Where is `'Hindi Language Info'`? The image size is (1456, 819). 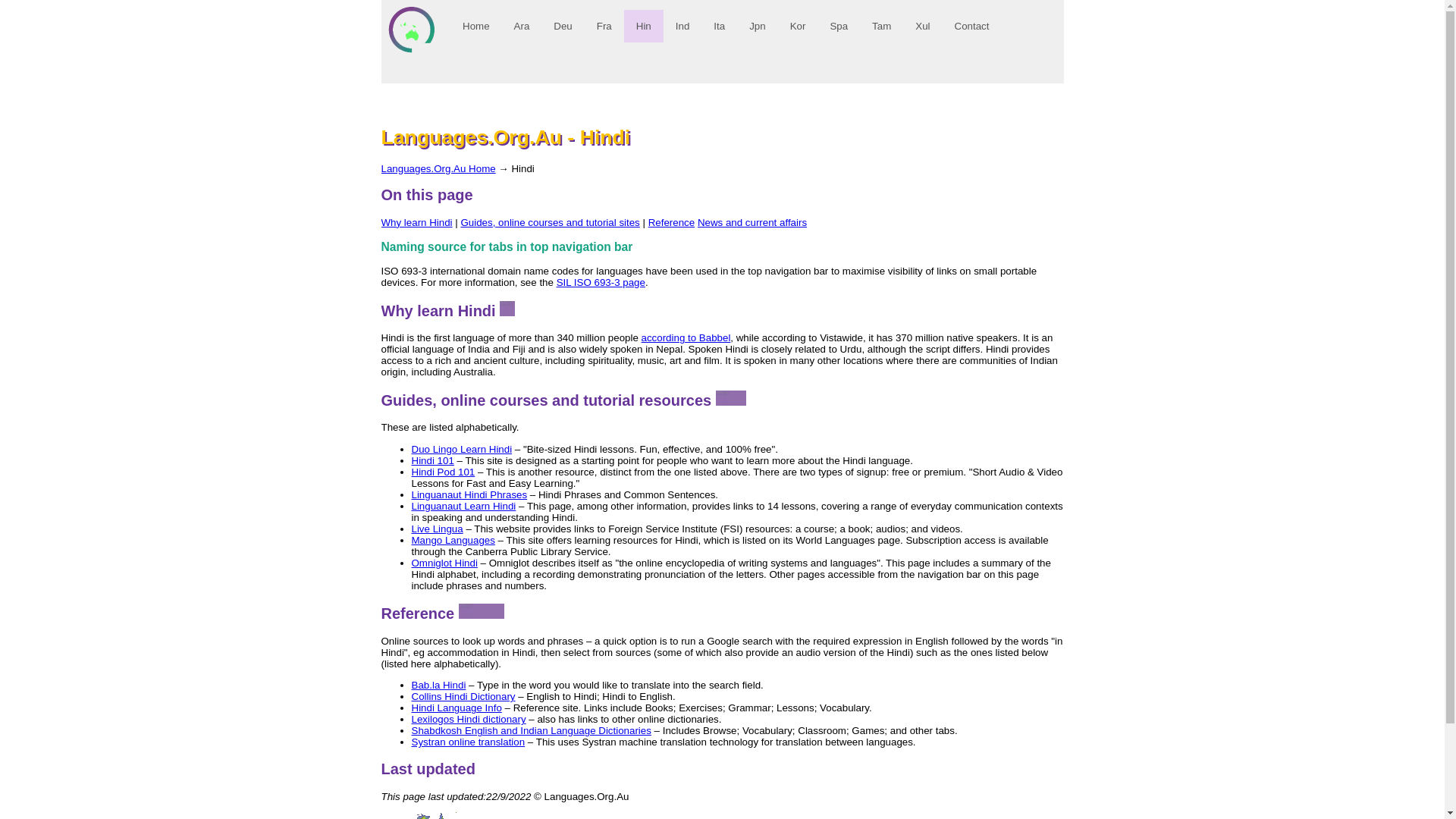
'Hindi Language Info' is located at coordinates (411, 708).